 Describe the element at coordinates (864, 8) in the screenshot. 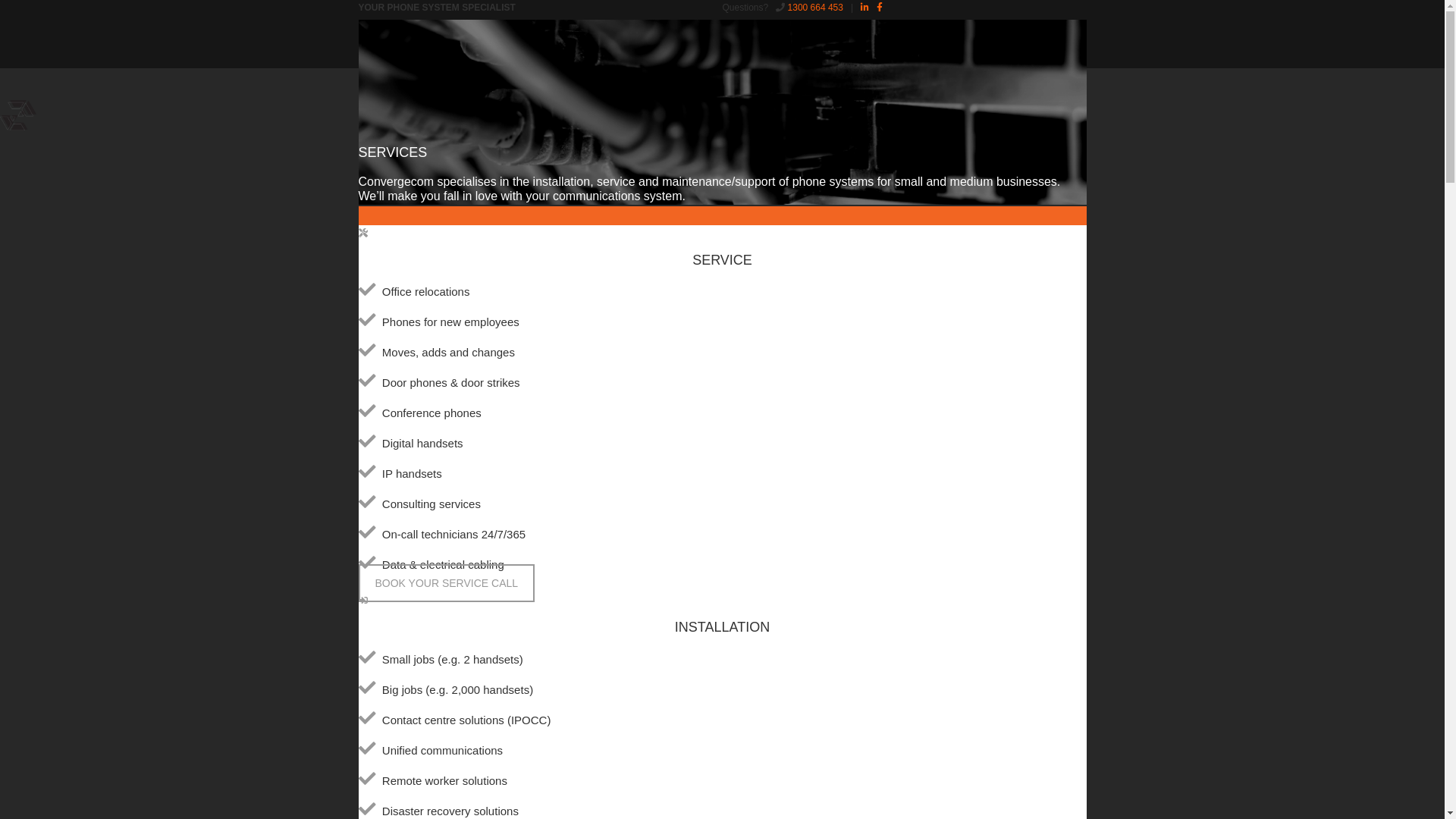

I see `'LinkedIn'` at that location.